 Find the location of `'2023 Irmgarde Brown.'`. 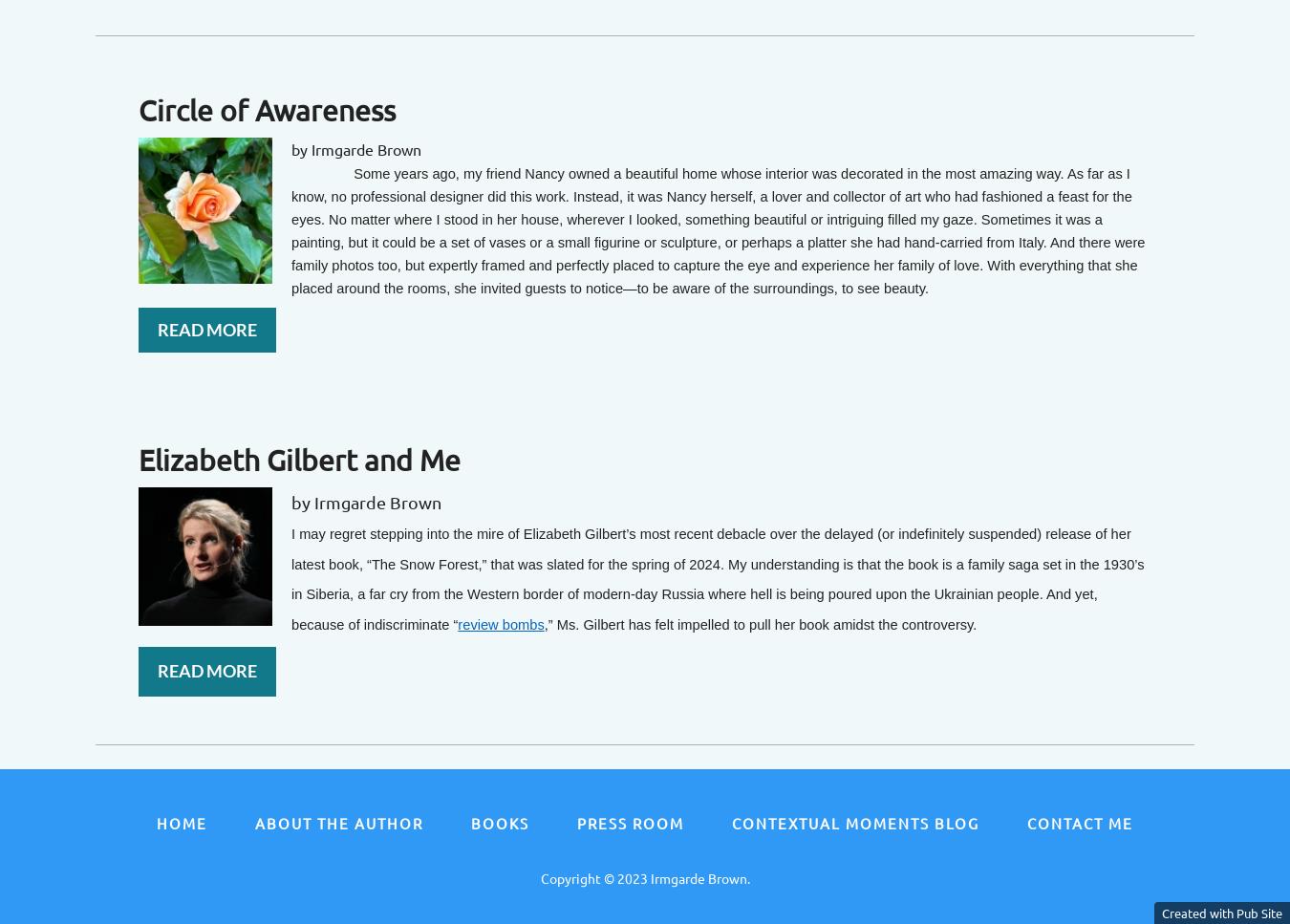

'2023 Irmgarde Brown.' is located at coordinates (616, 878).